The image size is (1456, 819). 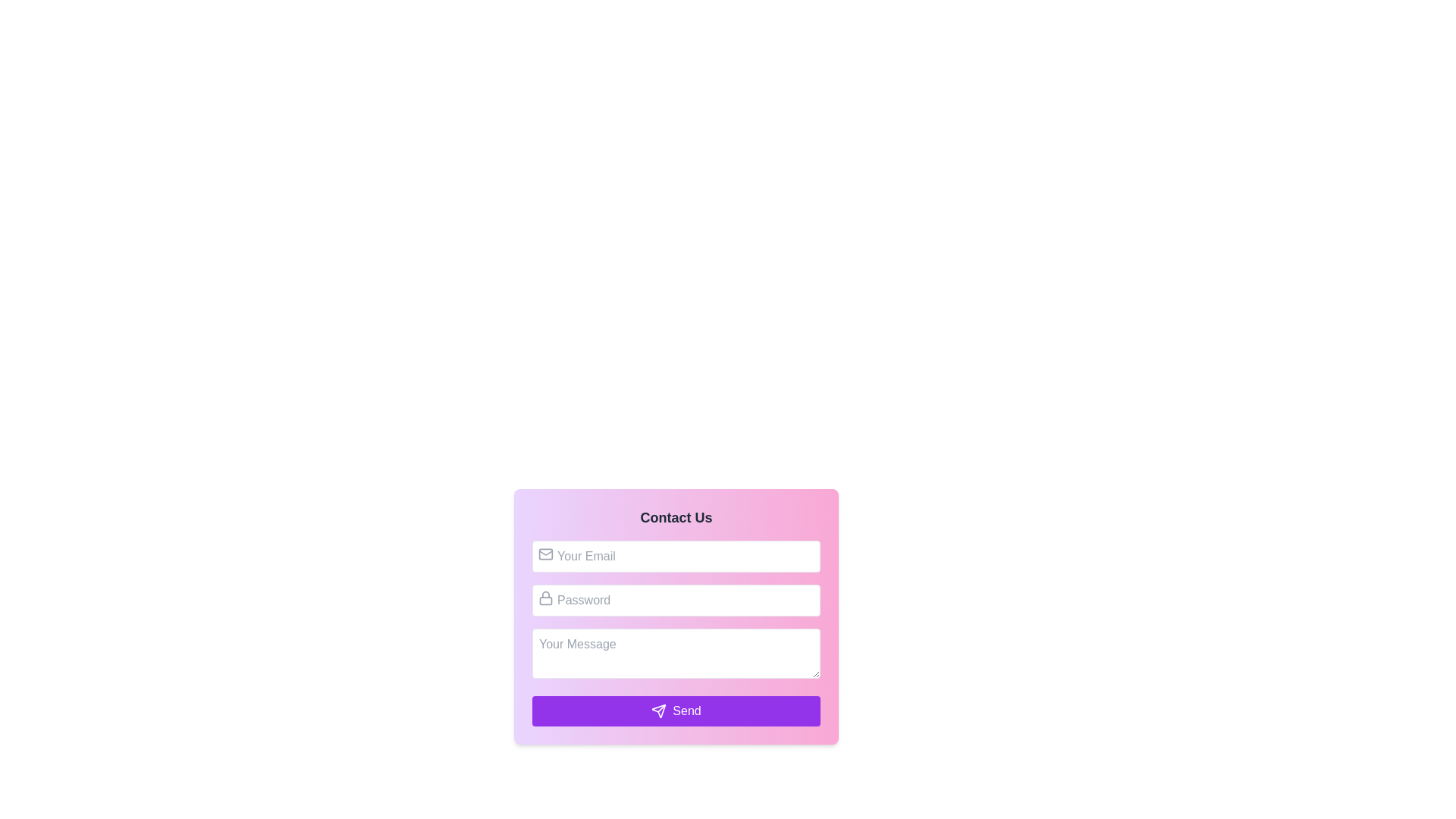 What do you see at coordinates (676, 711) in the screenshot?
I see `the submit button located at the bottom of the 'Contact Us' form` at bounding box center [676, 711].